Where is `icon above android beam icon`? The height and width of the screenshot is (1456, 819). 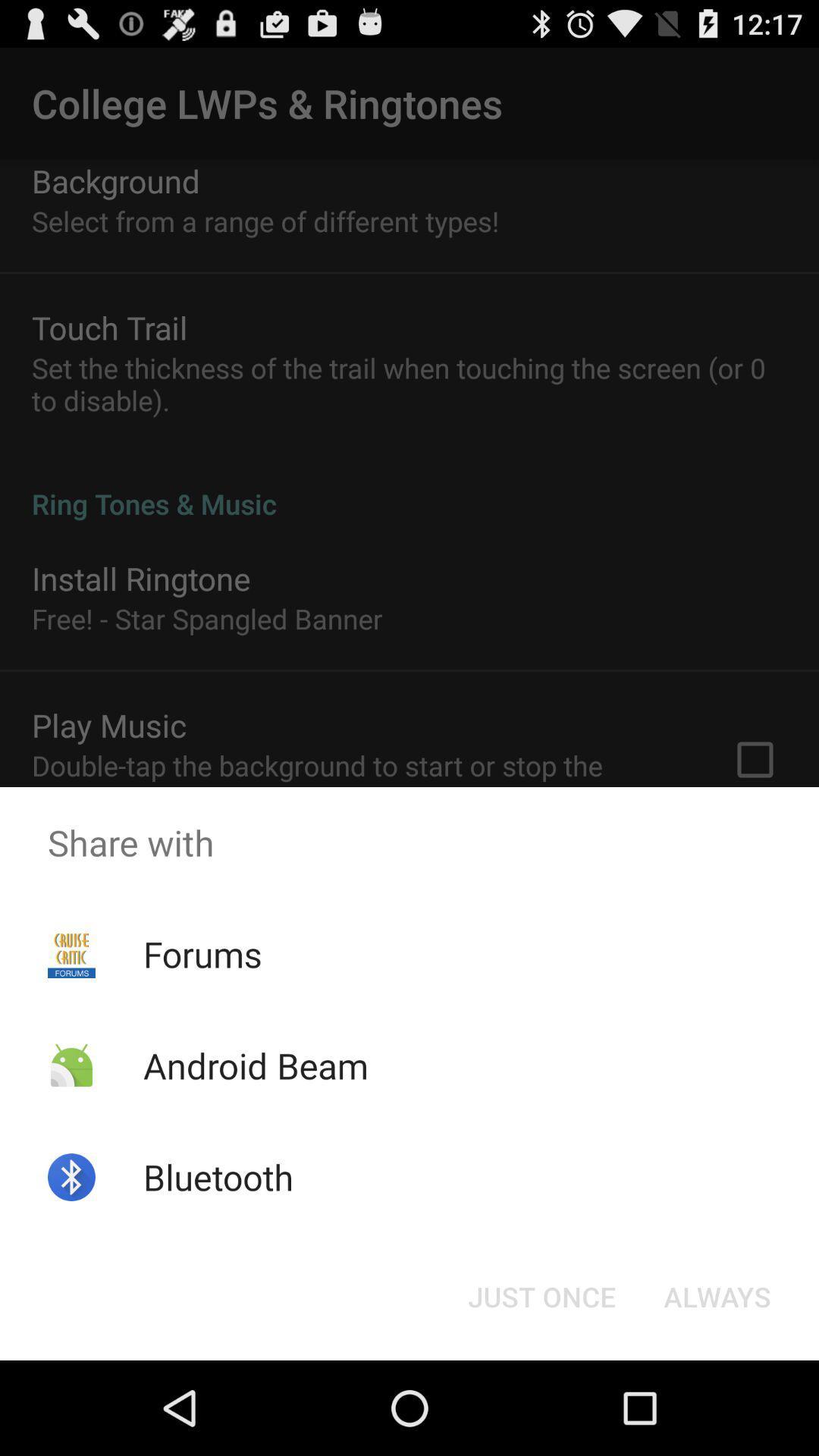 icon above android beam icon is located at coordinates (202, 953).